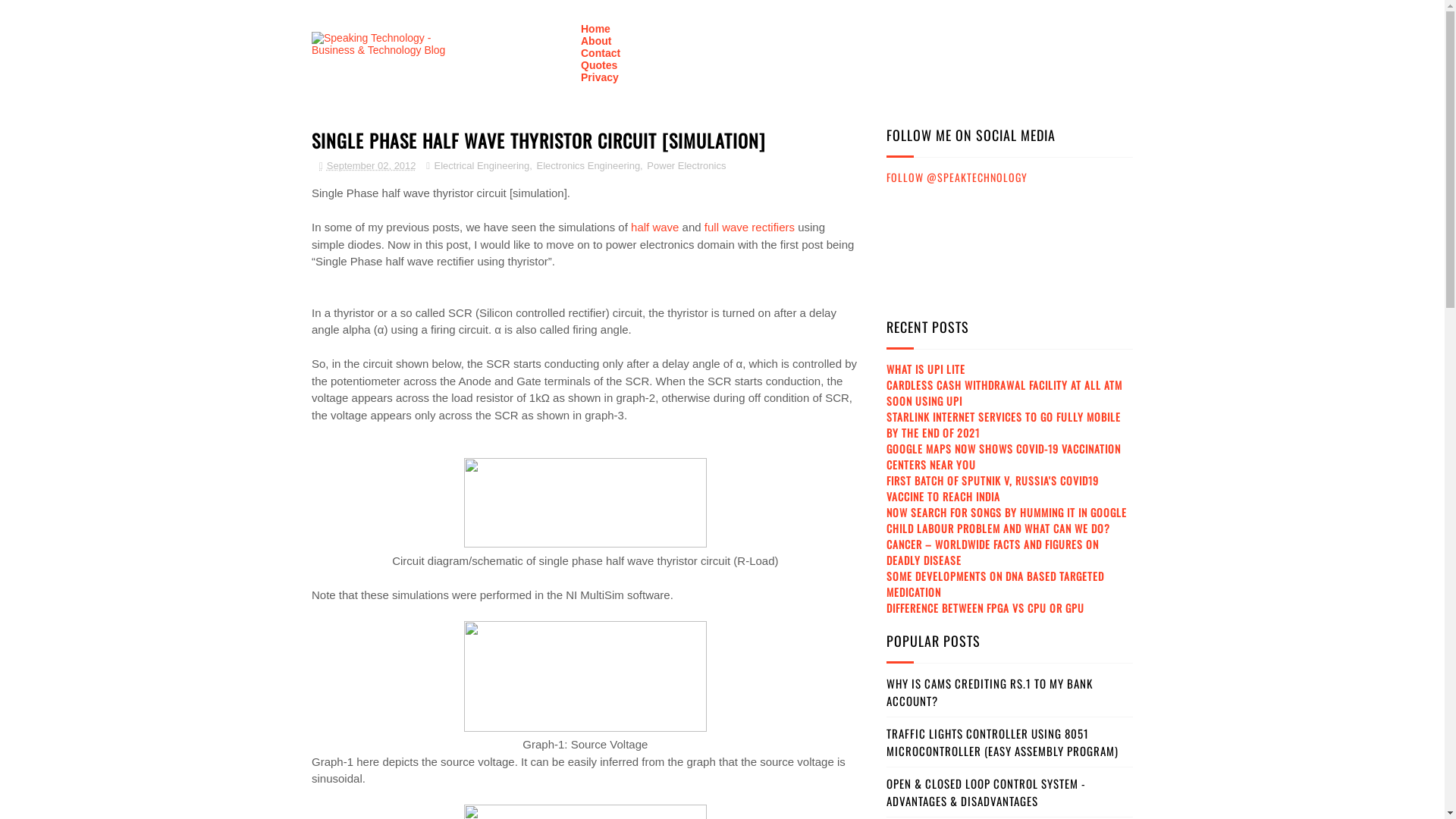  I want to click on 'CHILD LABOUR PROBLEM AND WHAT CAN WE DO?', so click(998, 527).